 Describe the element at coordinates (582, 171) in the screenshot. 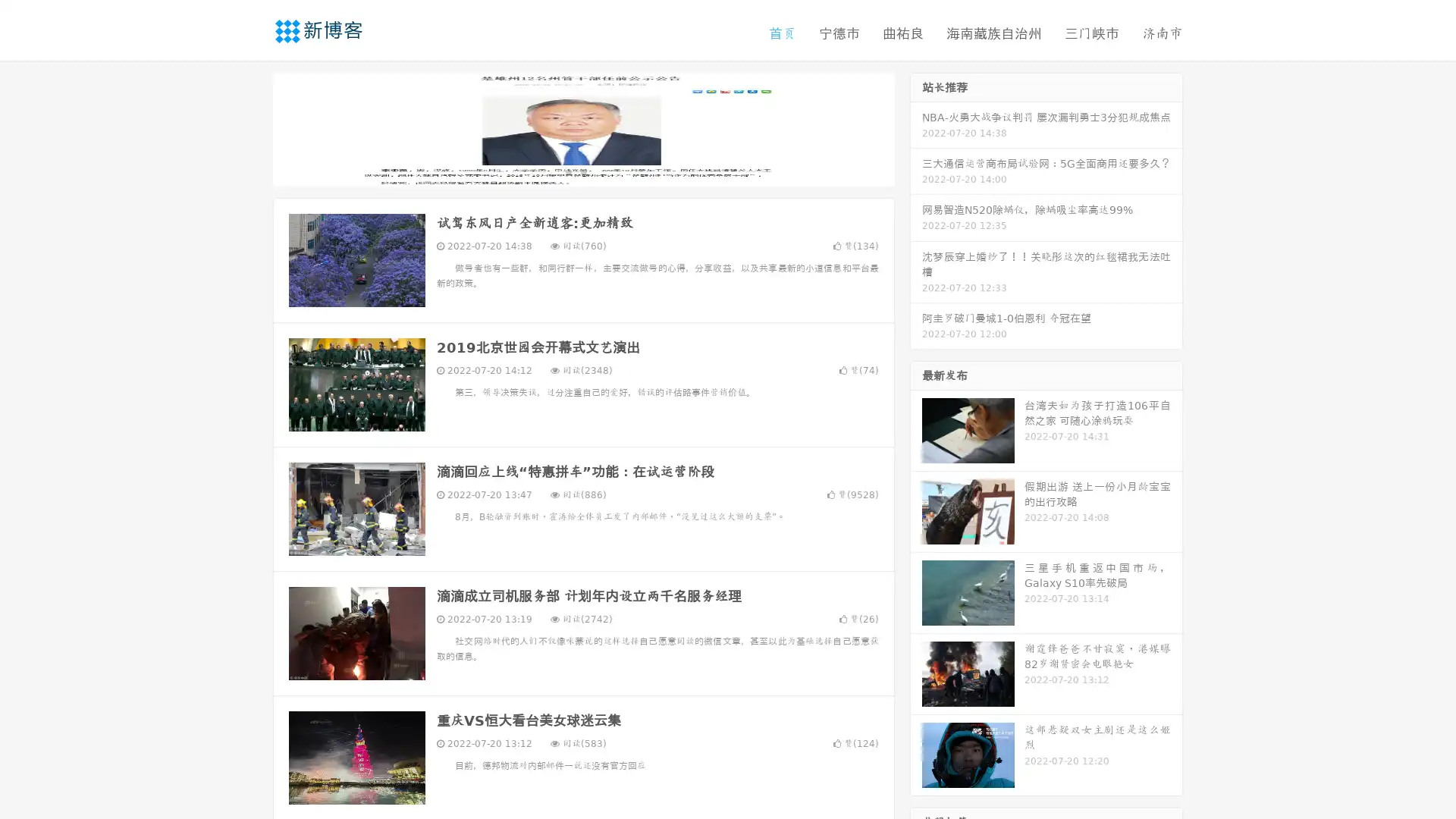

I see `Go to slide 2` at that location.